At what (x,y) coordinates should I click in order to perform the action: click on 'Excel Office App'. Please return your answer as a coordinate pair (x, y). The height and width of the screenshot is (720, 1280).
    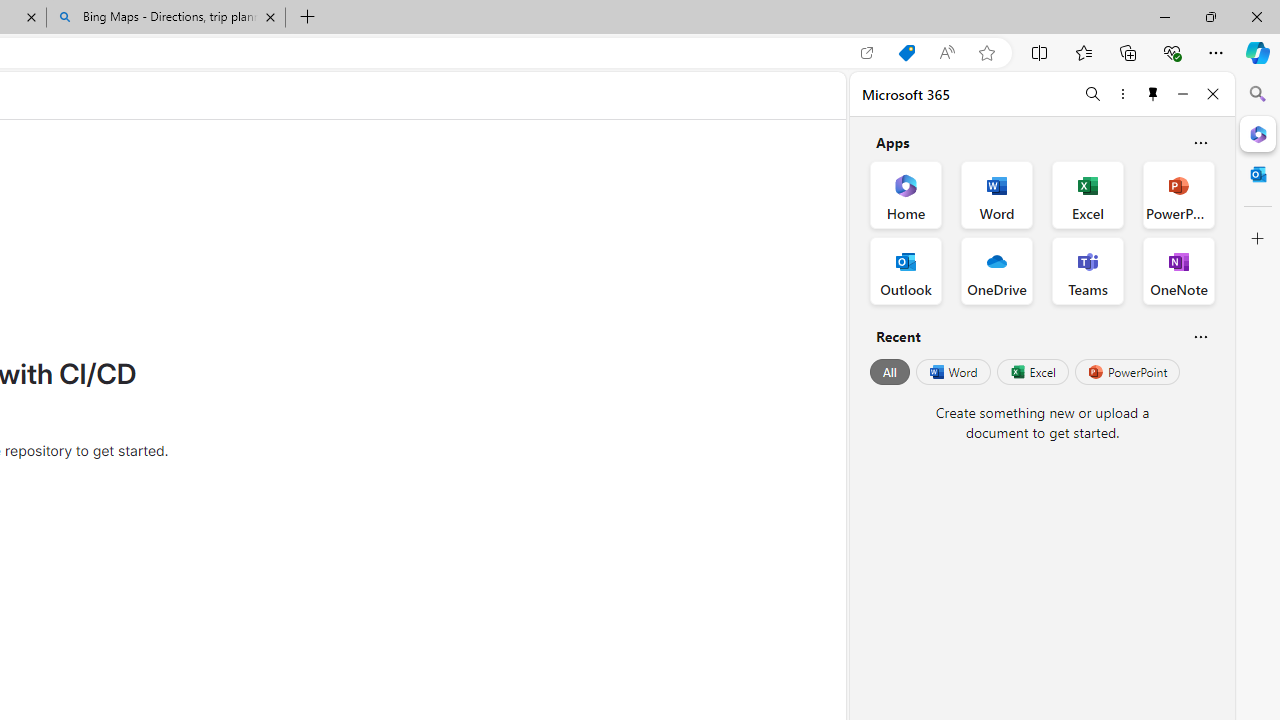
    Looking at the image, I should click on (1087, 195).